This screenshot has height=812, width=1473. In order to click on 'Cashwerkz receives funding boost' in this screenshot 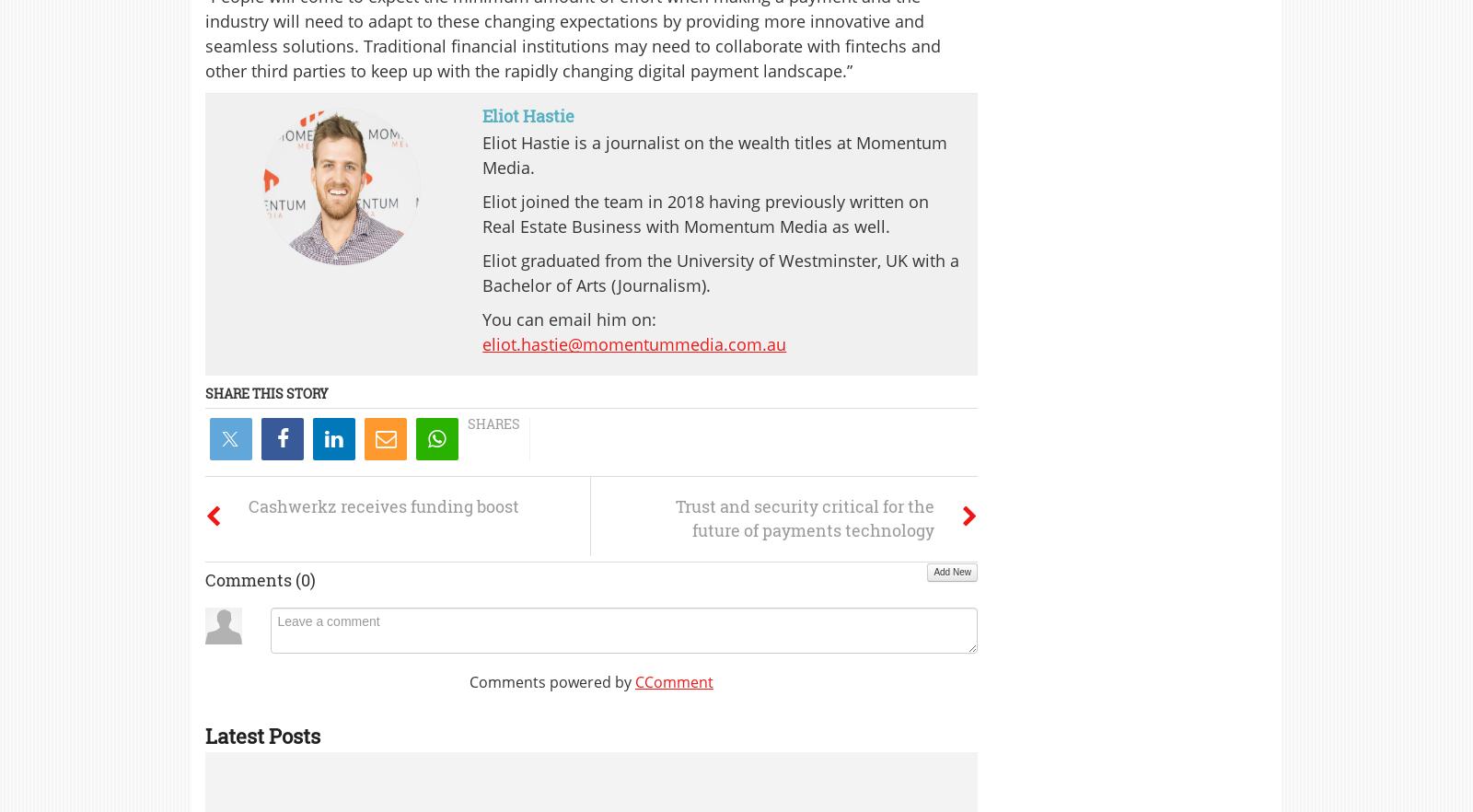, I will do `click(382, 505)`.